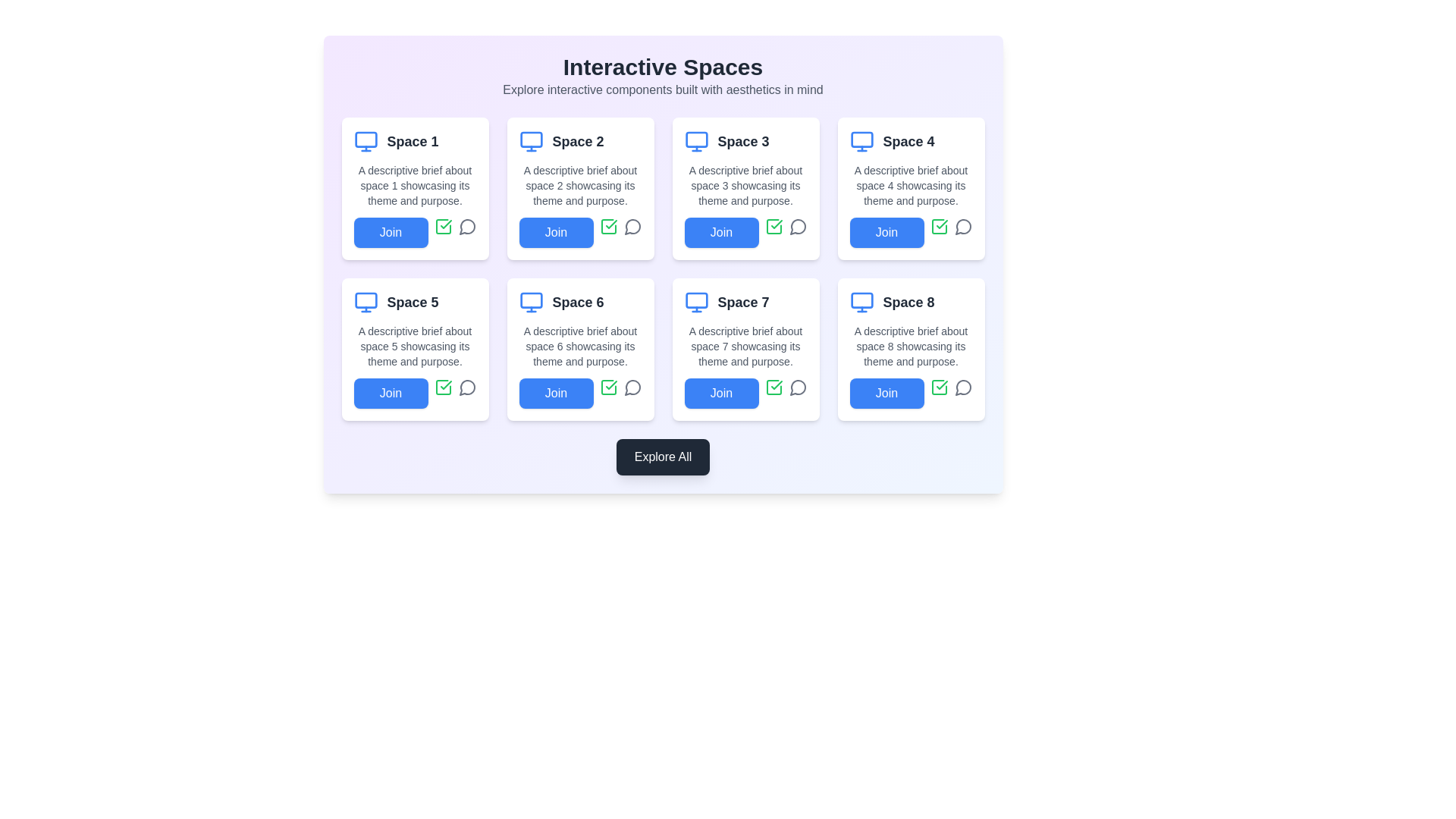  What do you see at coordinates (941, 224) in the screenshot?
I see `the visual indicator icon on the card titled 'Space 4', located in the second card of the second row, which marks the item as selected or verified` at bounding box center [941, 224].